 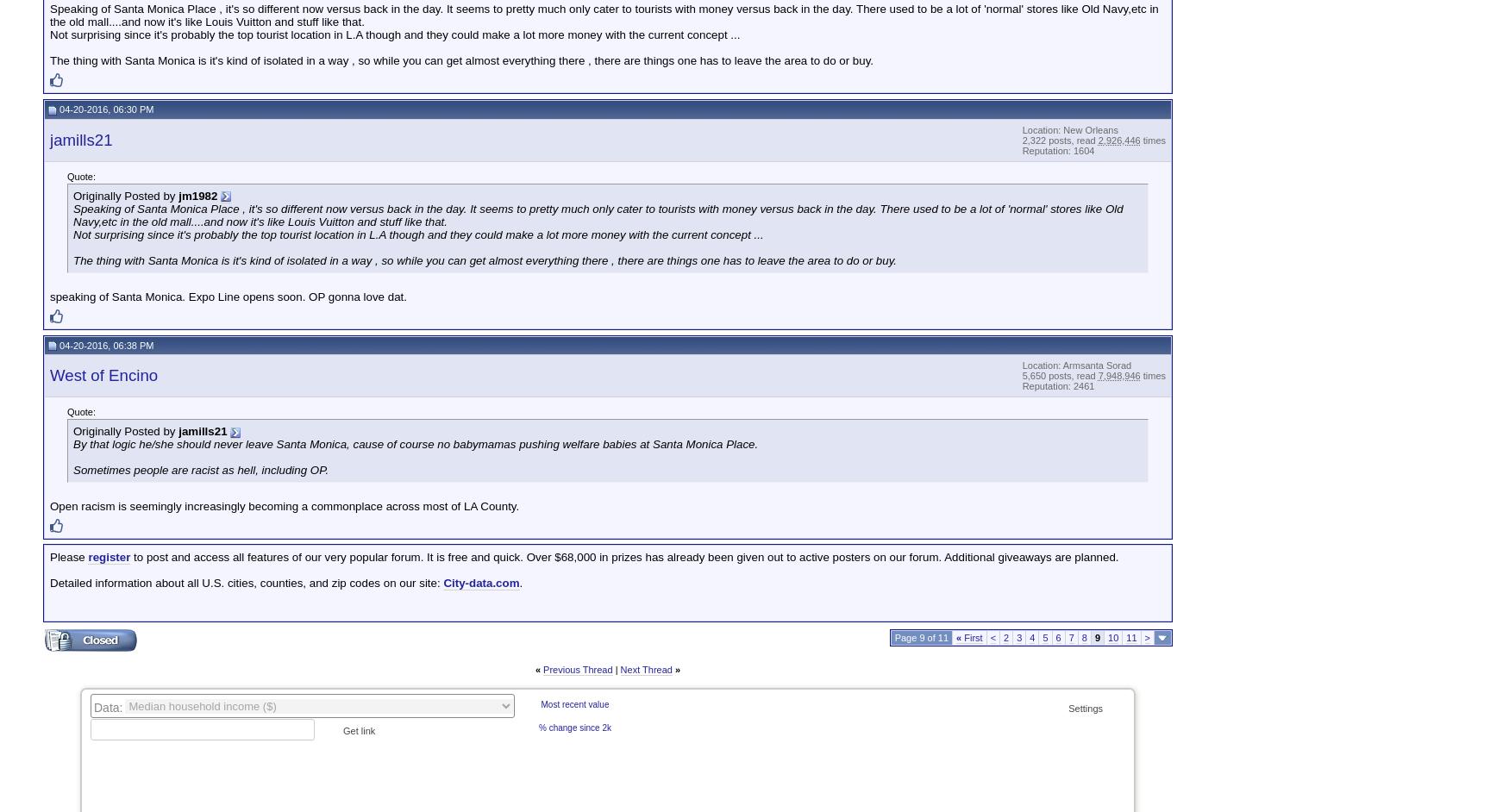 What do you see at coordinates (1060, 139) in the screenshot?
I see `'2,322 posts, read'` at bounding box center [1060, 139].